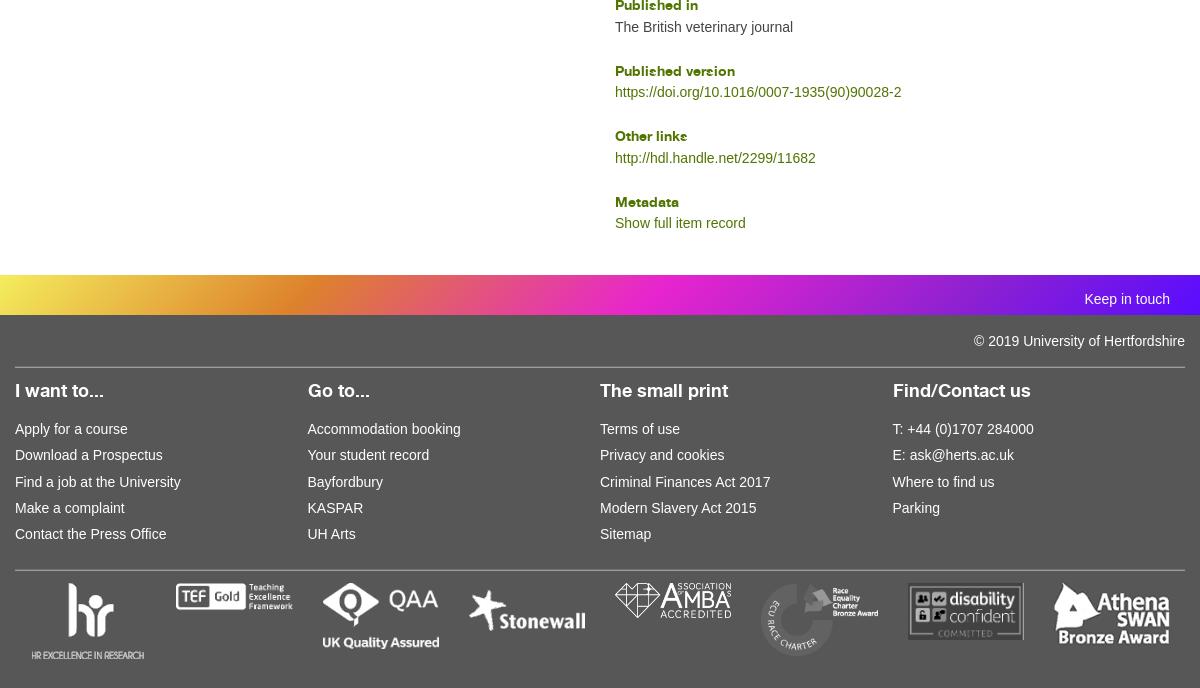 The height and width of the screenshot is (688, 1200). I want to click on 'T: +44 (0)1707 284000', so click(962, 428).